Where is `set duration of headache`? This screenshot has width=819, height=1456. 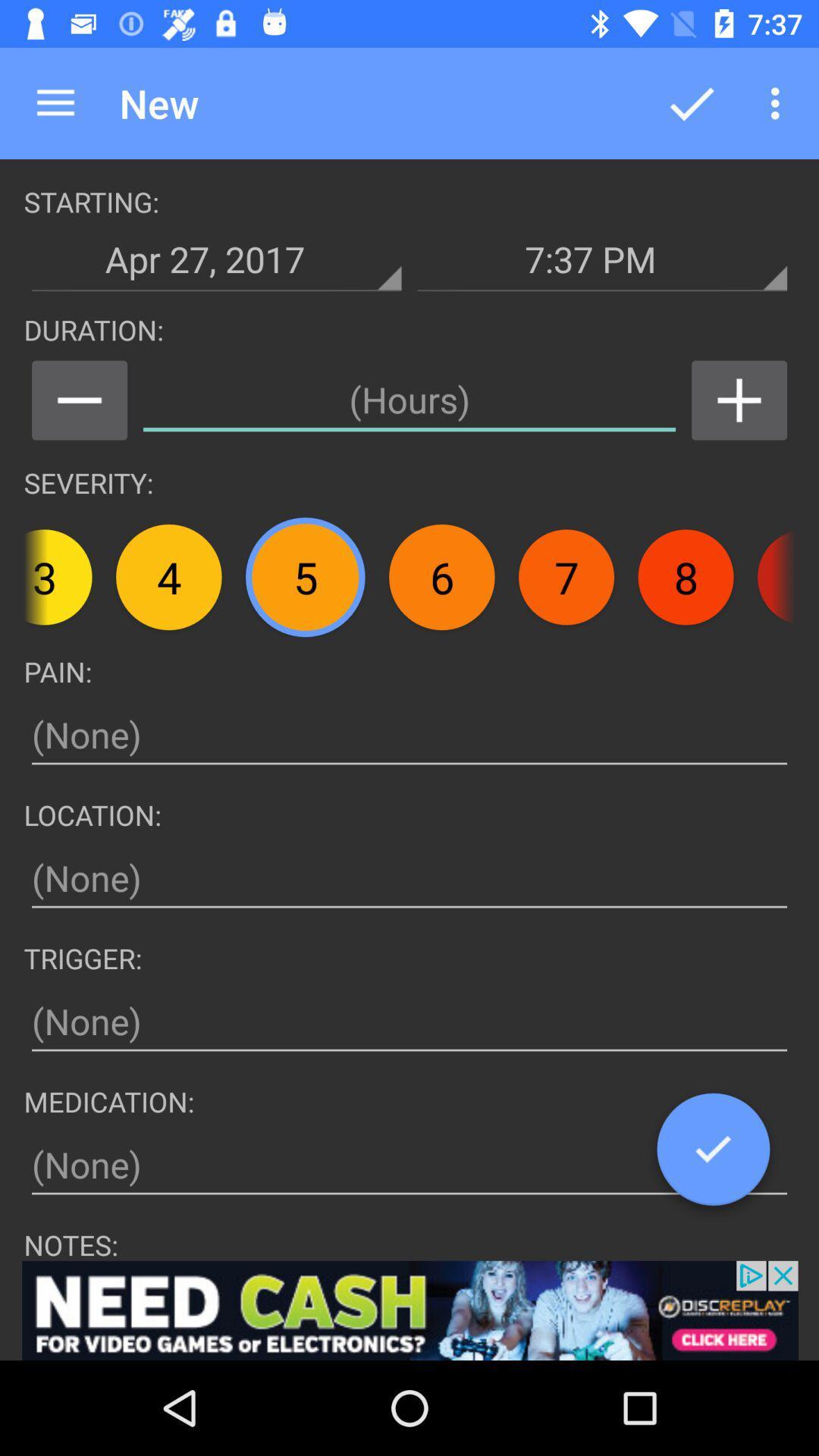 set duration of headache is located at coordinates (409, 400).